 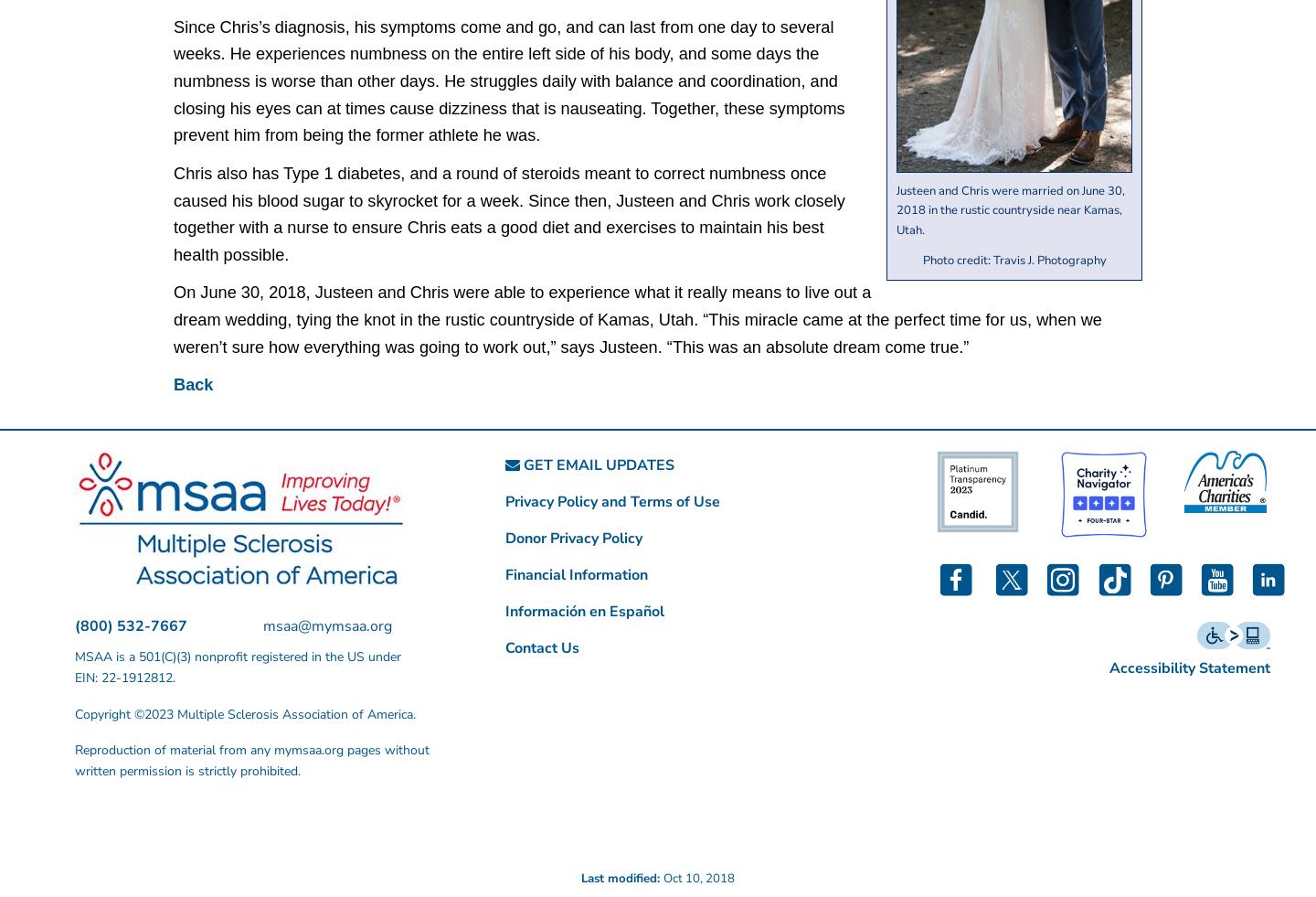 What do you see at coordinates (637, 318) in the screenshot?
I see `'On June 30, 2018, Justeen and Chris were able to experience what it really means to live out a dream wedding, tying the knot in the rustic countryside of Kamas, Utah. “This miracle came at the perfect time for us, when we weren’t sure how everything was going to work out,” says Justeen. “This was an absolute dream come true.”'` at bounding box center [637, 318].